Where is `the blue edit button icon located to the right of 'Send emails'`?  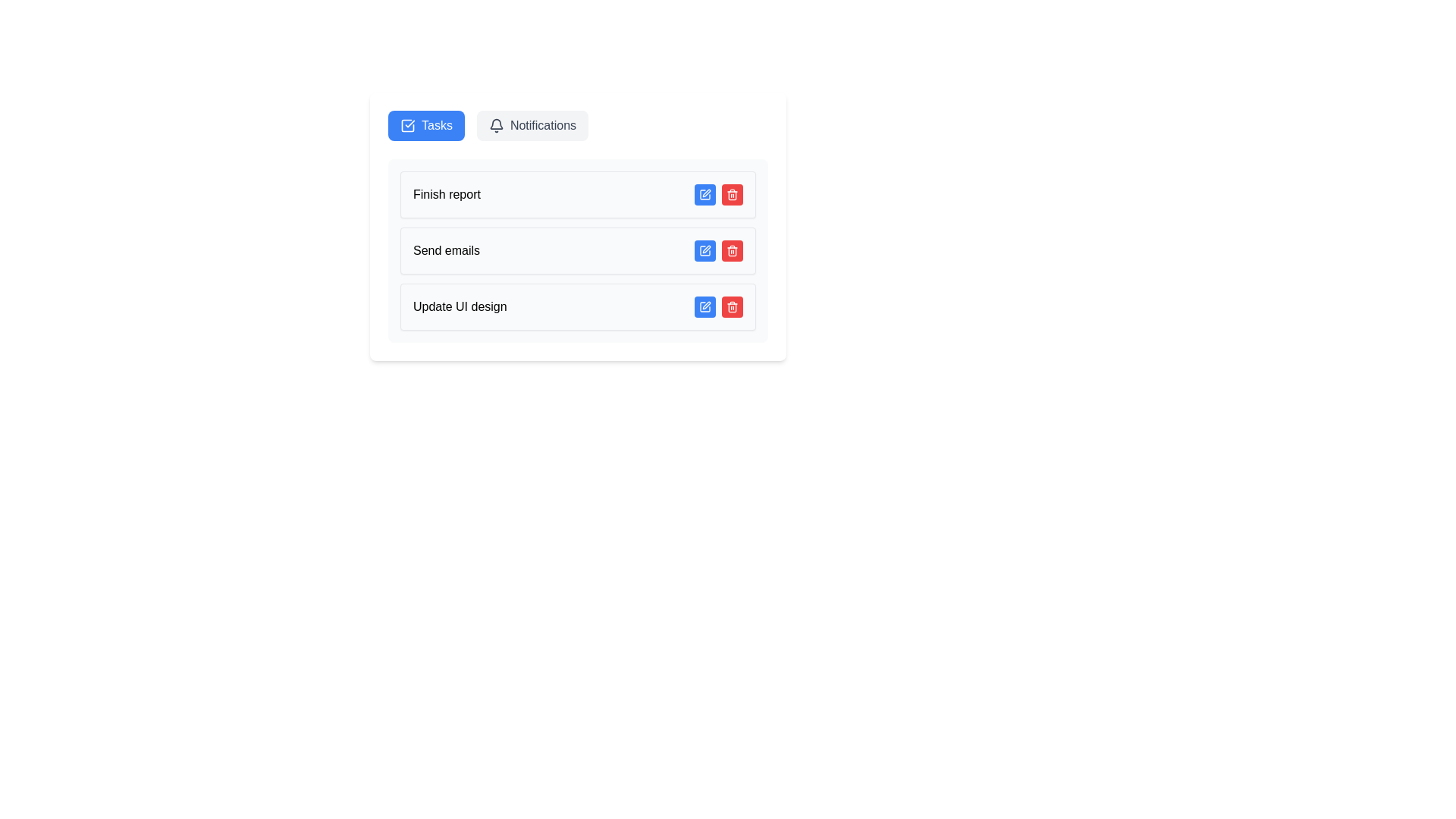 the blue edit button icon located to the right of 'Send emails' is located at coordinates (704, 250).